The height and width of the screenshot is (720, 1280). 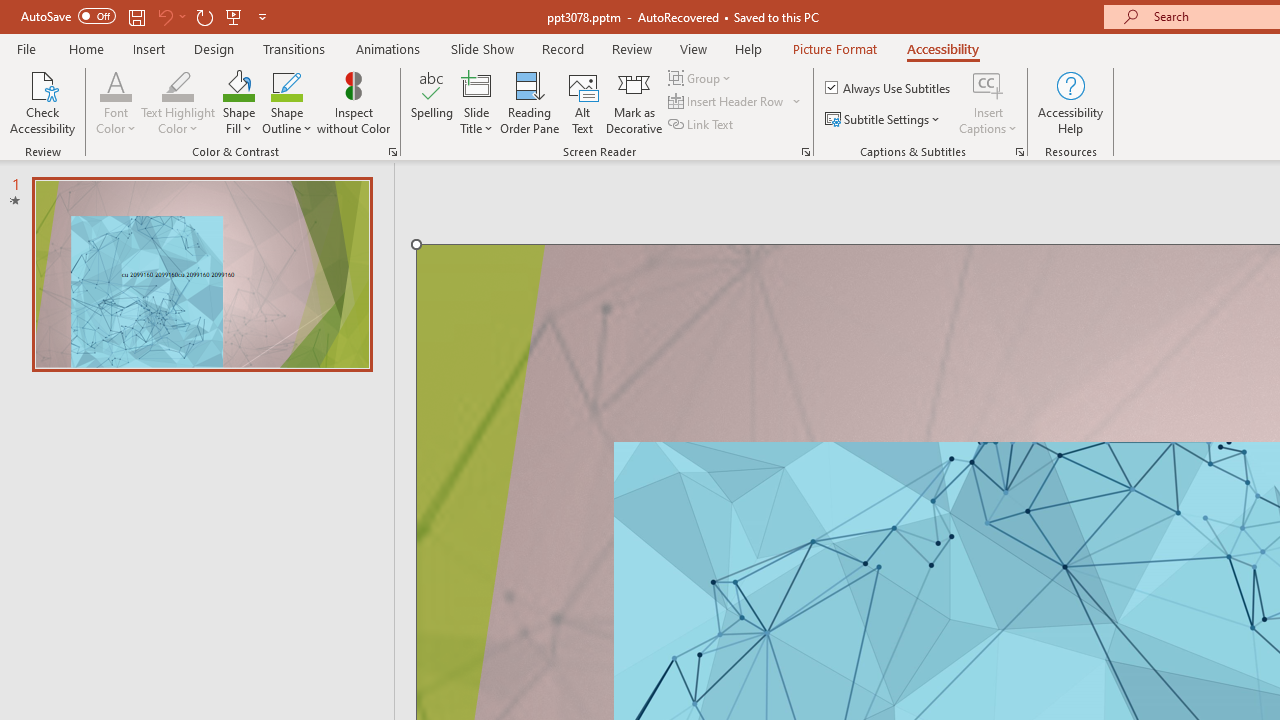 I want to click on 'Reading Order Pane', so click(x=529, y=103).